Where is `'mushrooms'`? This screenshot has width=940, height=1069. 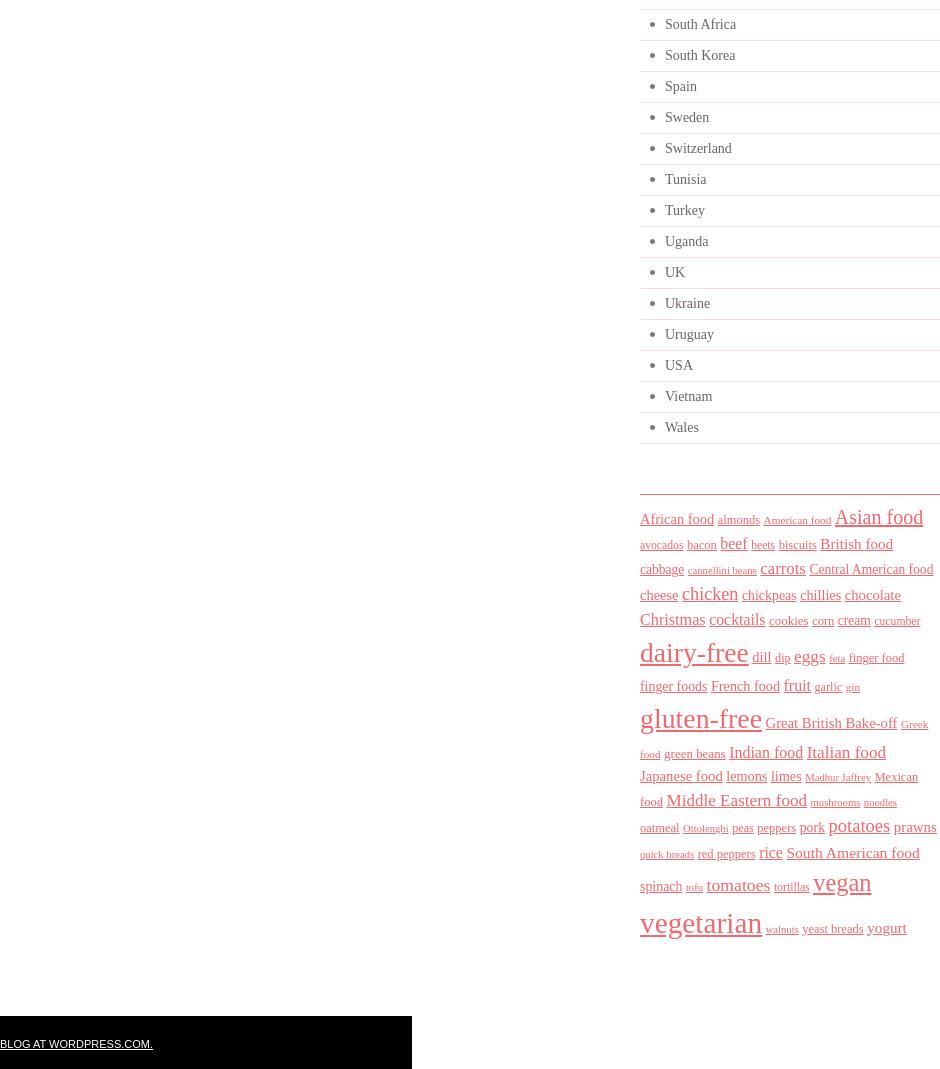
'mushrooms' is located at coordinates (834, 801).